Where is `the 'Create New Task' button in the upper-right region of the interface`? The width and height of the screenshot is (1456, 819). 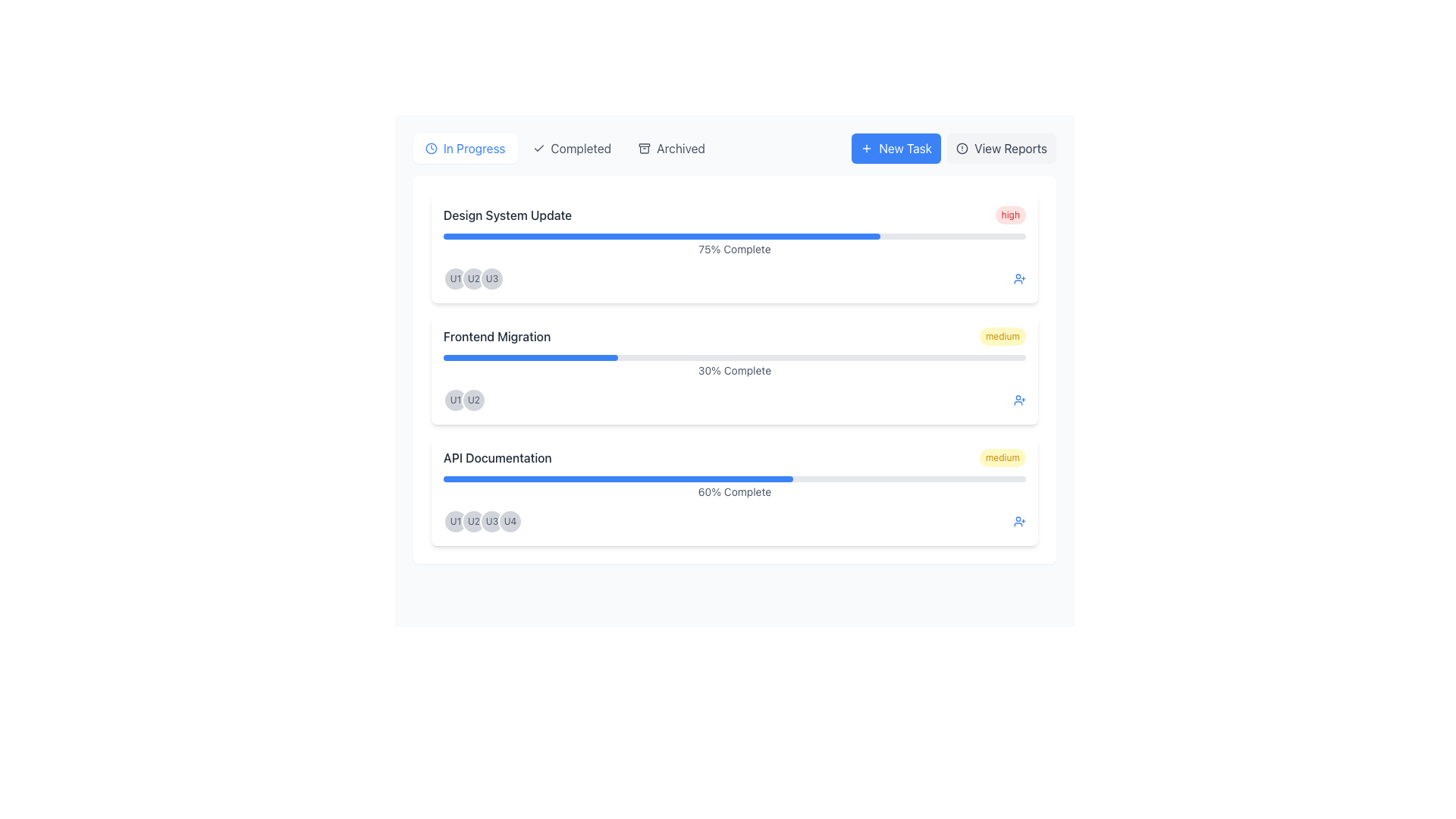
the 'Create New Task' button in the upper-right region of the interface is located at coordinates (896, 149).